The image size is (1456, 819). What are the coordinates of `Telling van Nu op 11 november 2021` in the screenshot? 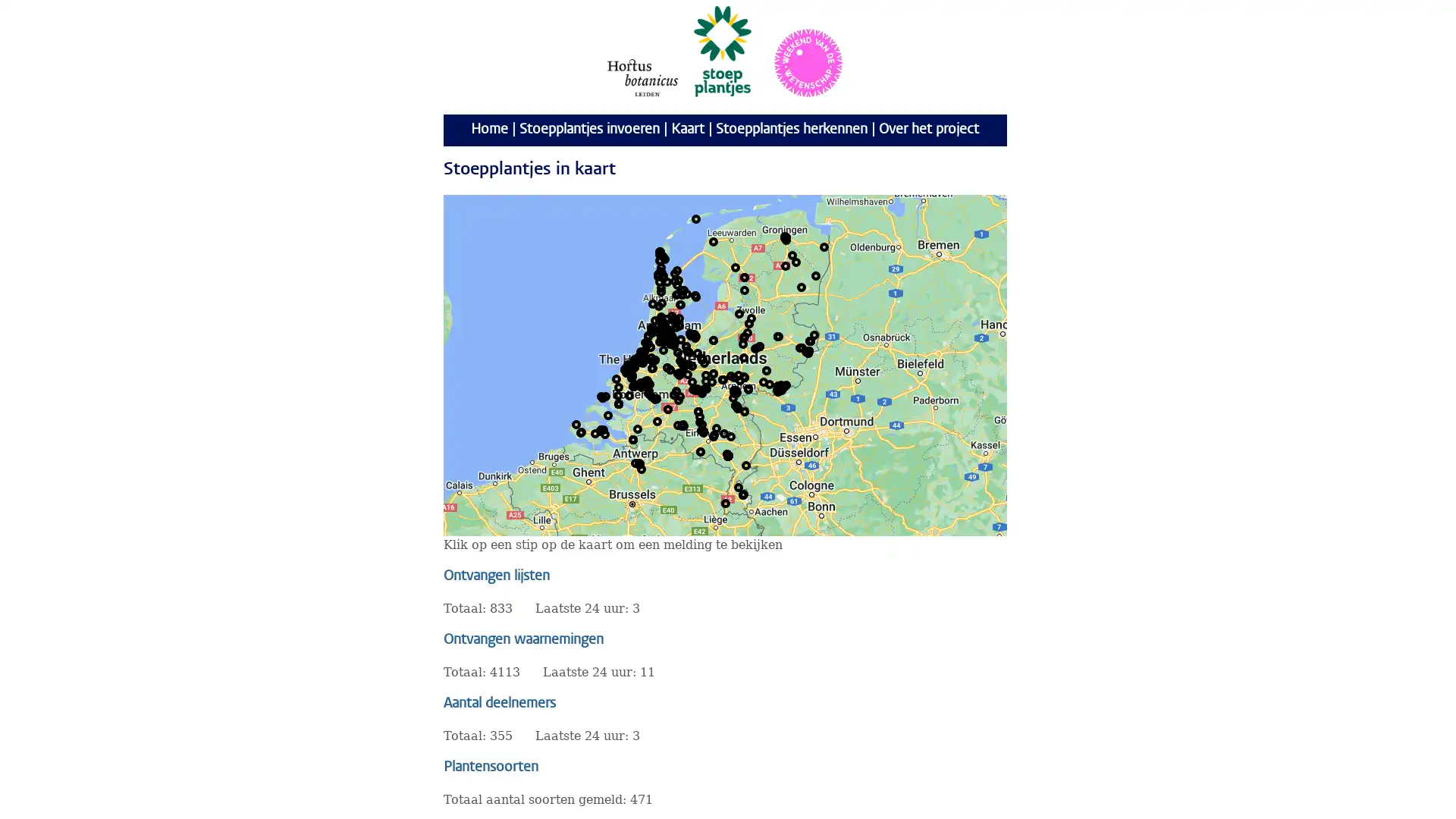 It's located at (663, 256).